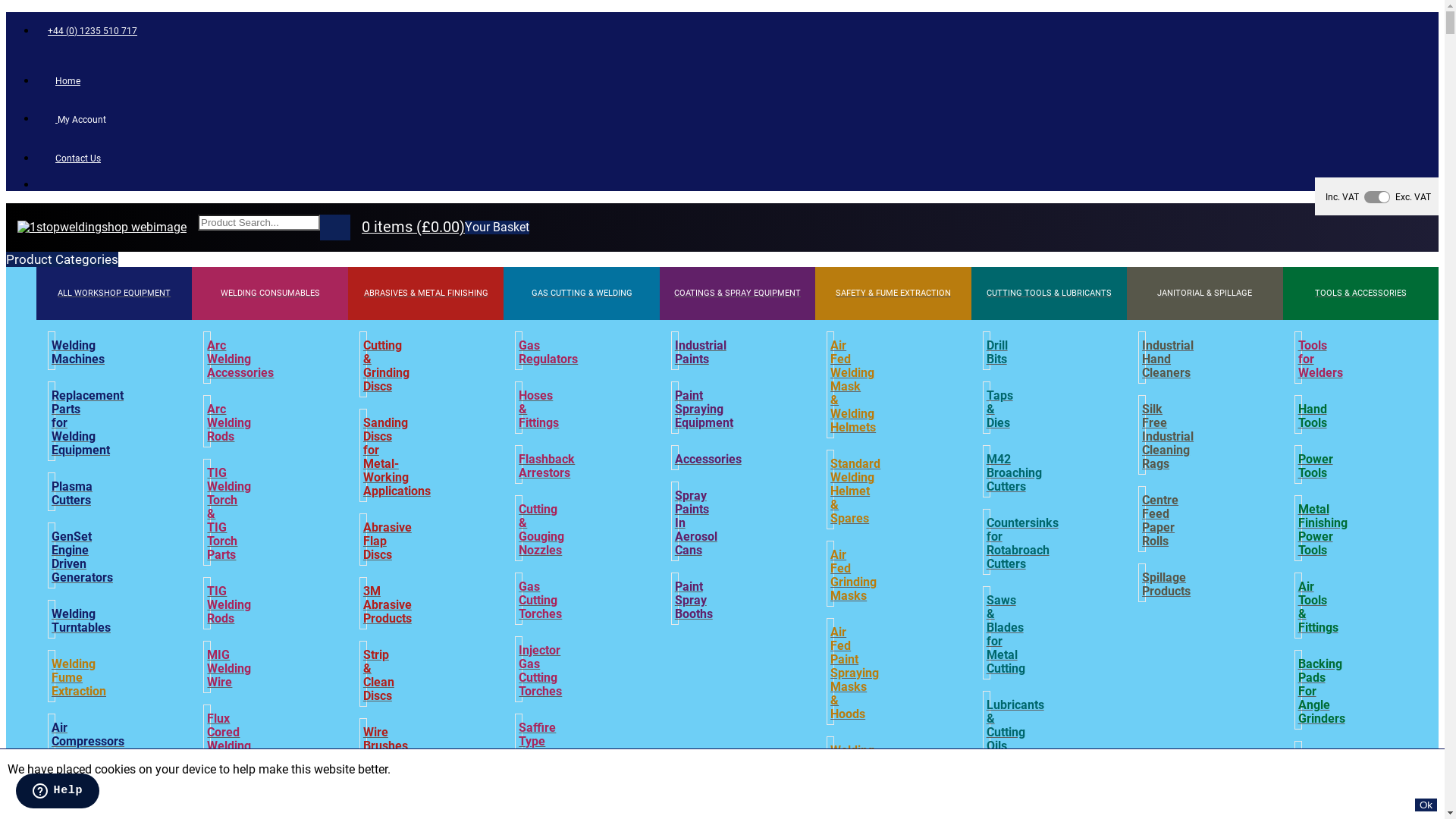 The width and height of the screenshot is (1456, 819). What do you see at coordinates (1361, 293) in the screenshot?
I see `'TOOLS & ACCESSORIES'` at bounding box center [1361, 293].